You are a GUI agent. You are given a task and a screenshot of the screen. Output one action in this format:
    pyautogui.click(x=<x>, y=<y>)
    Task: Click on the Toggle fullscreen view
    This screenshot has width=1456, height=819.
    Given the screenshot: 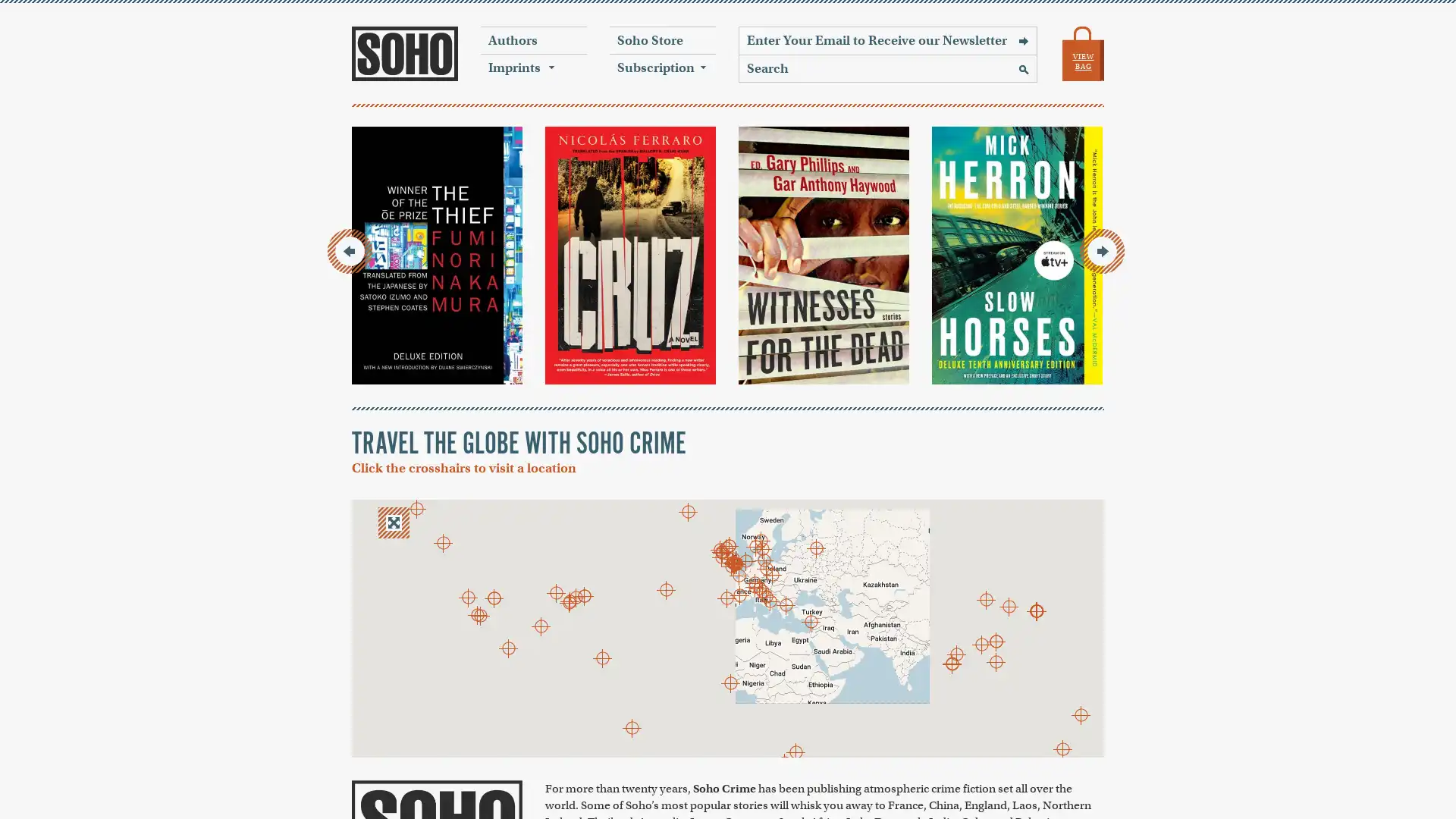 What is the action you would take?
    pyautogui.click(x=1080, y=520)
    